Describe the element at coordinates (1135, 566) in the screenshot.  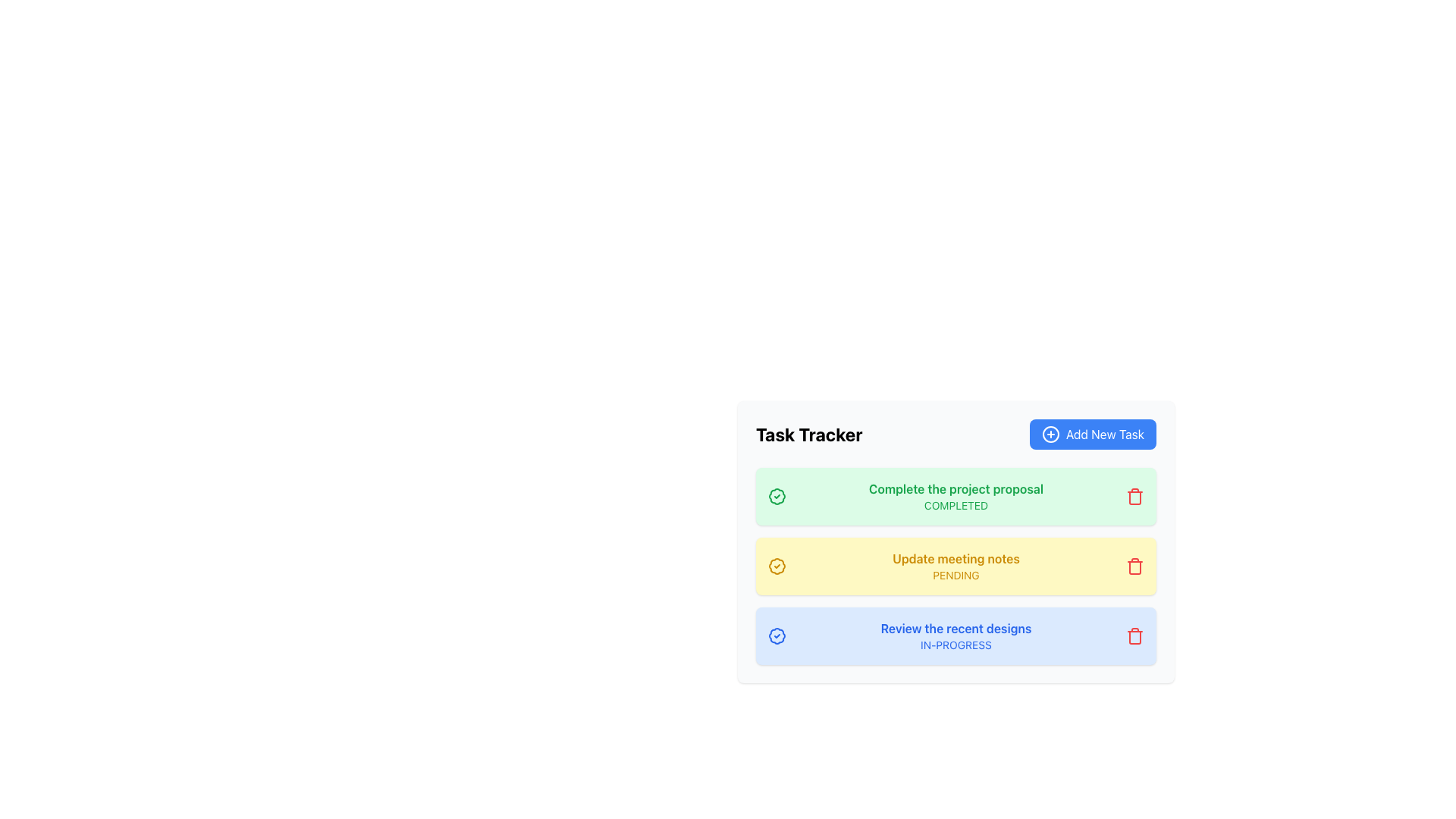
I see `the delete button located at the rightmost position in the yellow-highlighted 'Update meeting notes' task row, next to the text 'PENDING'` at that location.